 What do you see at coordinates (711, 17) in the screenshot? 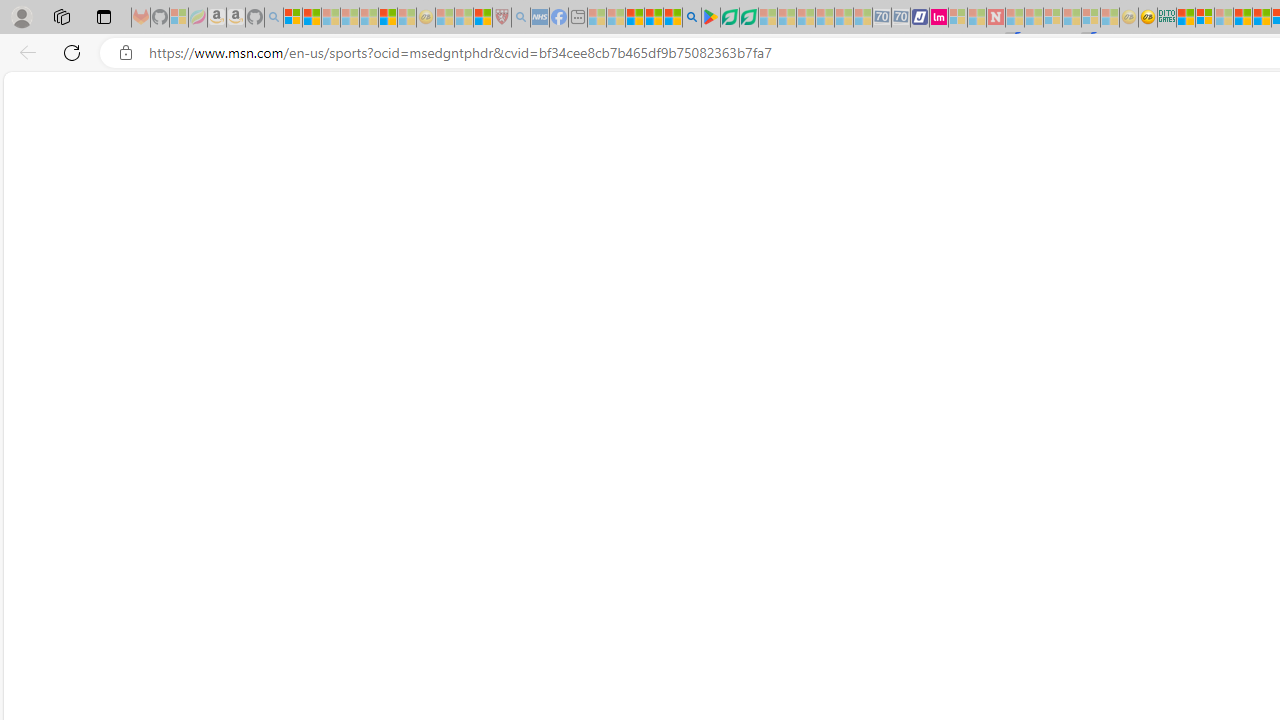
I see `'Bluey: Let'` at bounding box center [711, 17].